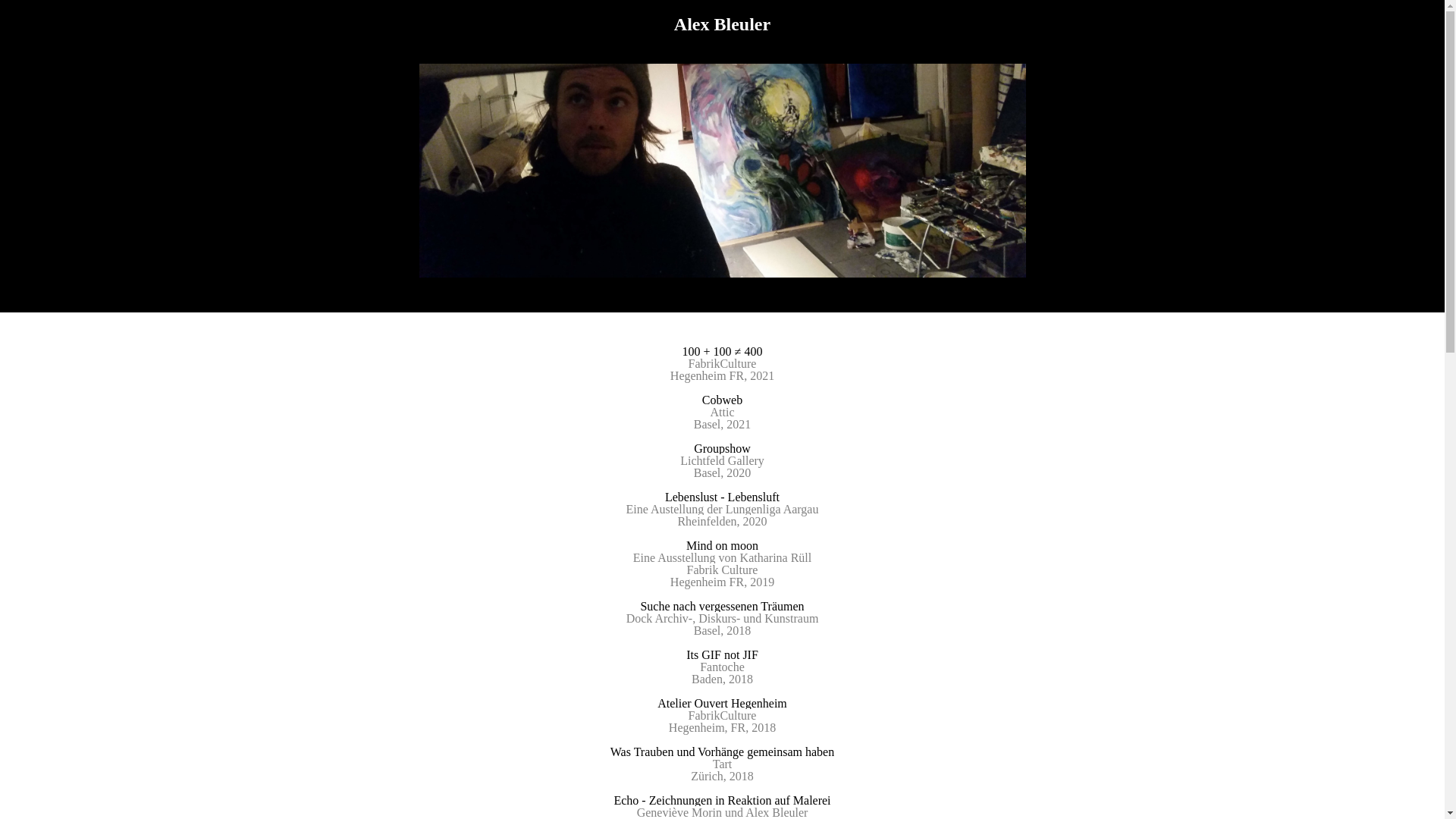  Describe the element at coordinates (721, 544) in the screenshot. I see `'Mind on moon'` at that location.